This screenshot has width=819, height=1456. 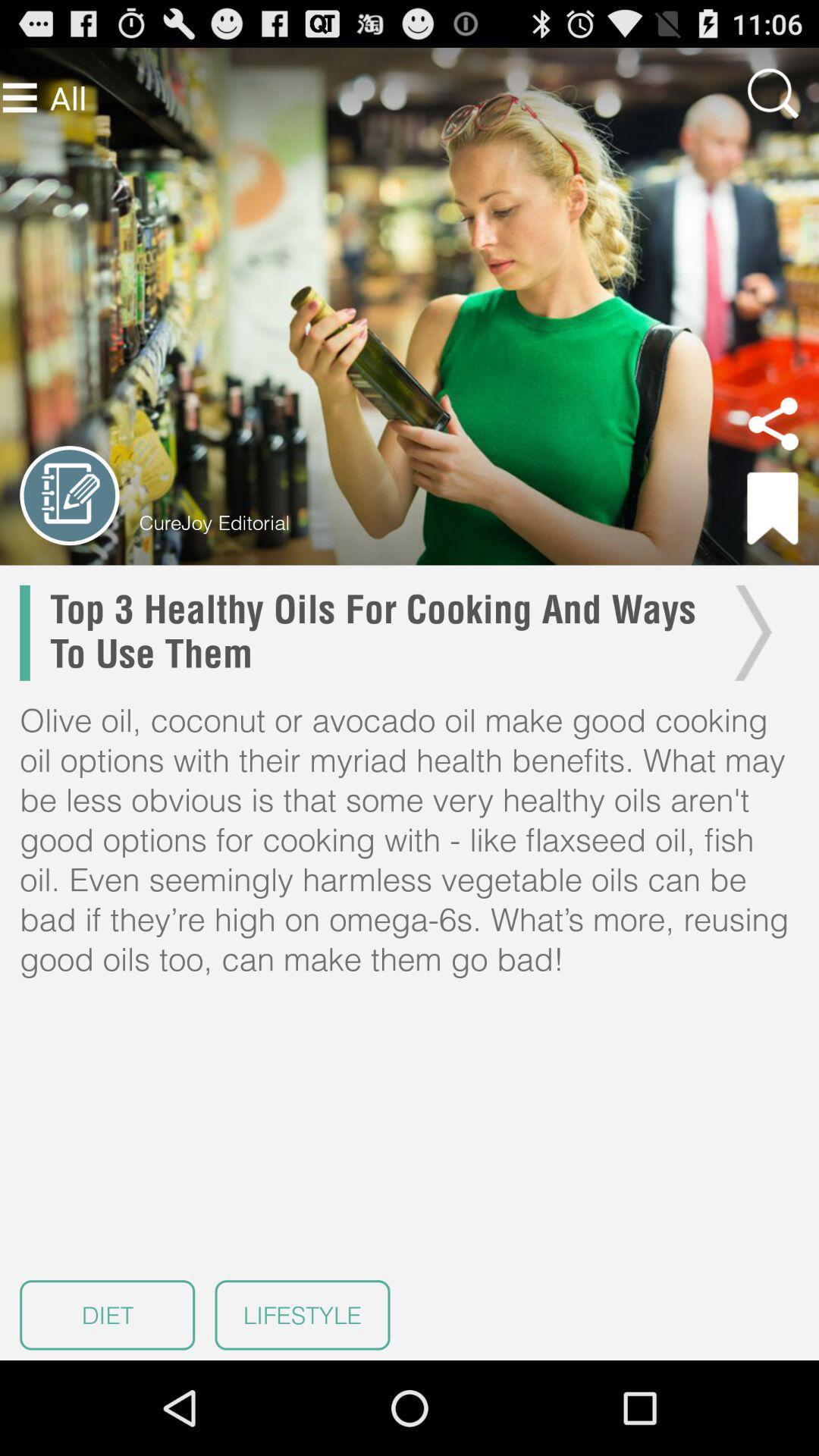 I want to click on the arrow_forward icon, so click(x=748, y=676).